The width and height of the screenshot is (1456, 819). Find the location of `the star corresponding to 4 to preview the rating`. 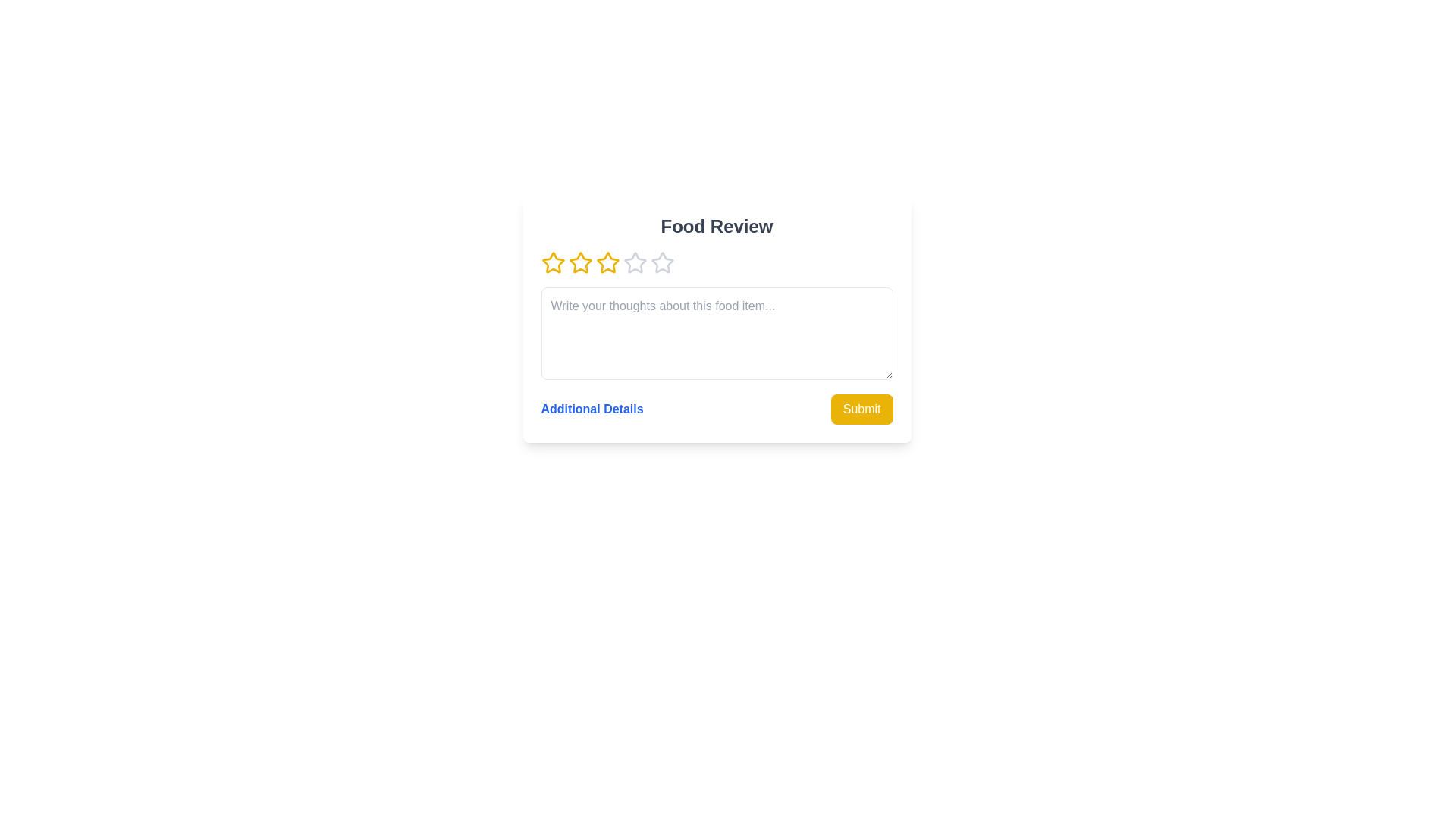

the star corresponding to 4 to preview the rating is located at coordinates (635, 262).